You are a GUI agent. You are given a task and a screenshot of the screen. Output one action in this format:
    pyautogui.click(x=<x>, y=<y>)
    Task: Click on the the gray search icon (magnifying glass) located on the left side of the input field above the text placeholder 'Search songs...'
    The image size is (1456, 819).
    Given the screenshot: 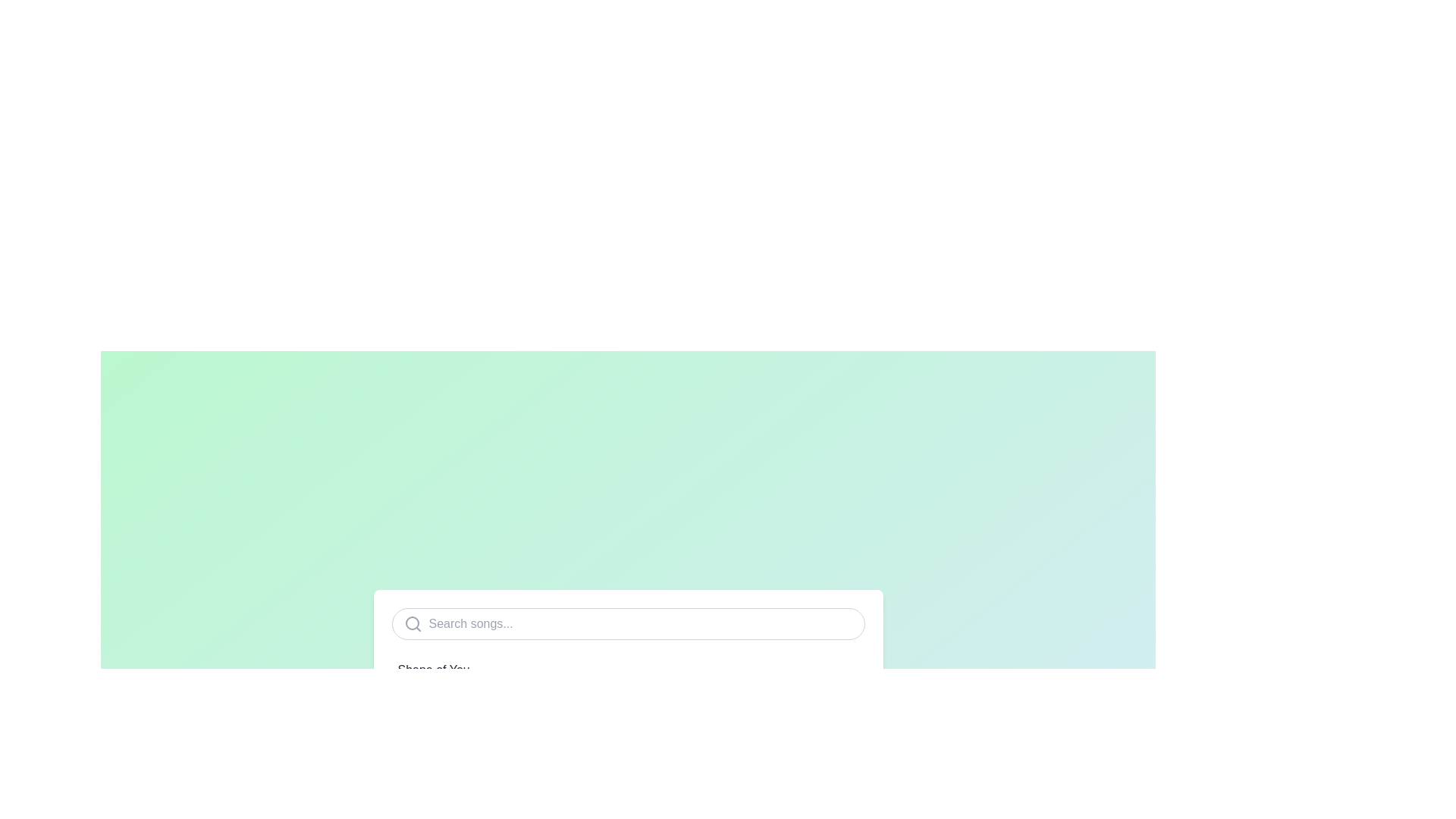 What is the action you would take?
    pyautogui.click(x=413, y=623)
    